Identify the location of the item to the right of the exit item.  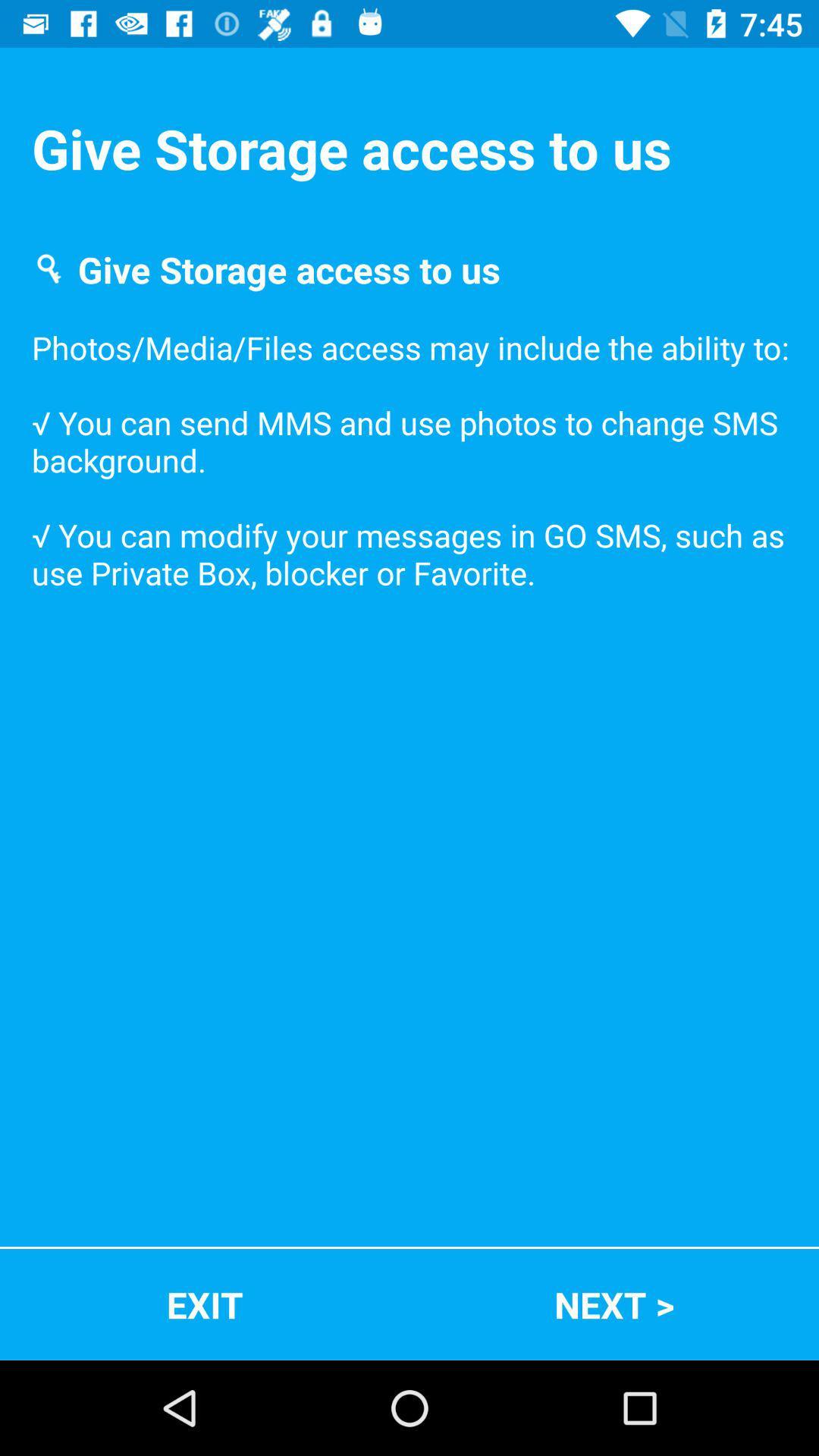
(614, 1304).